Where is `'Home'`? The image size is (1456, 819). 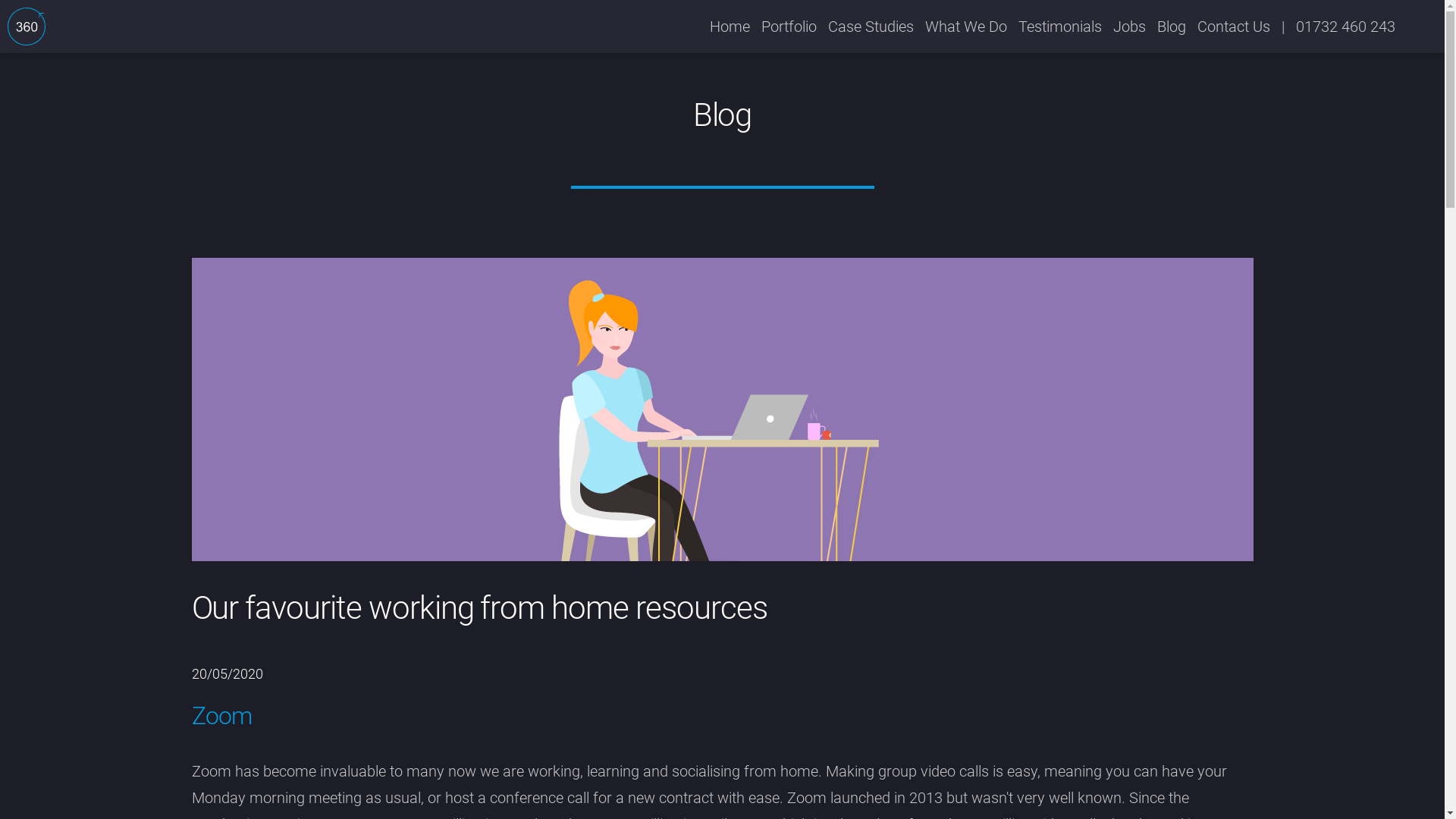
'Home' is located at coordinates (730, 27).